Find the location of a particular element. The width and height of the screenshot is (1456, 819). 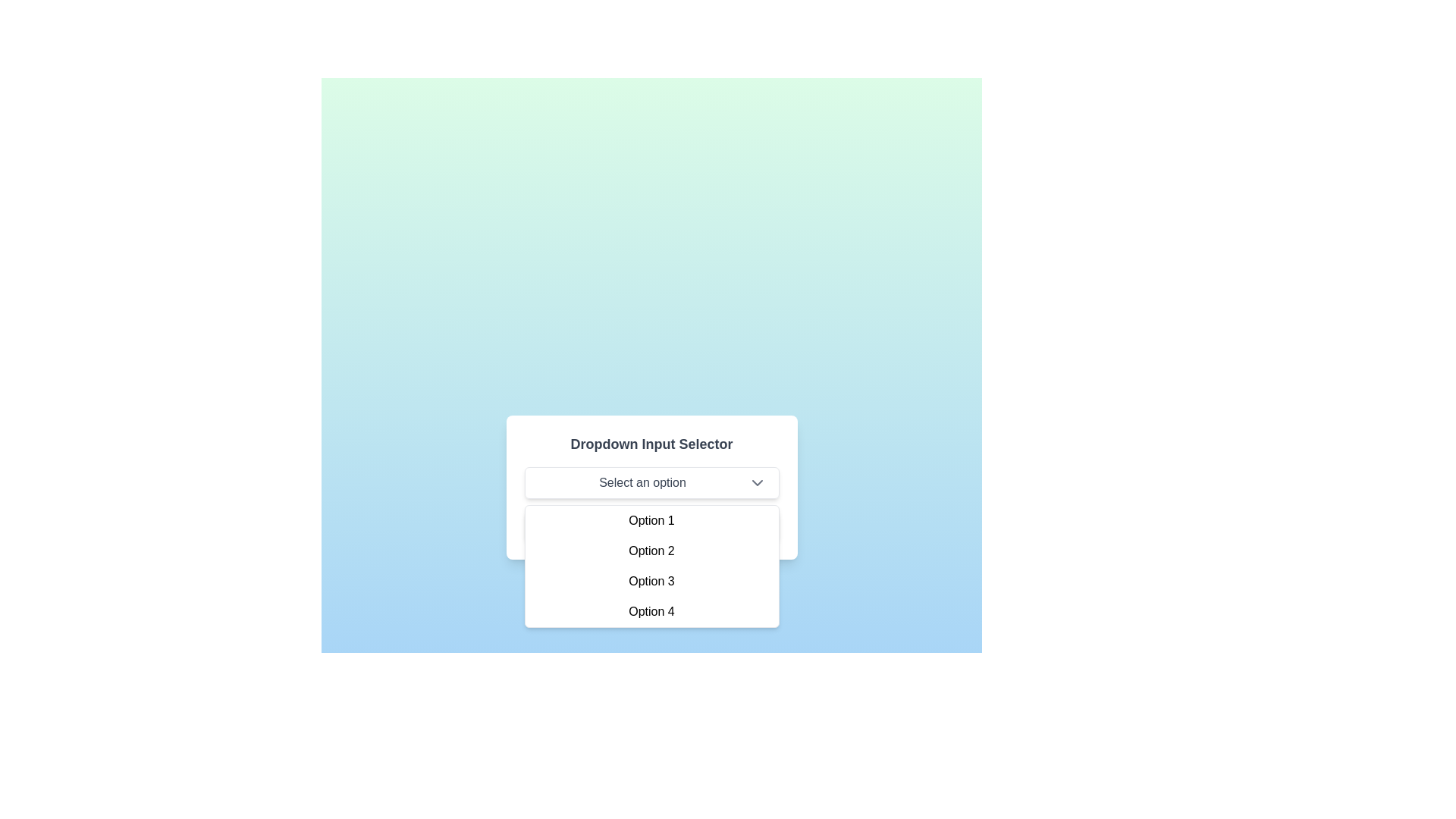

the dropdown button labeled 'Select an option' which contains a downward-pointing chevron icon on the far-right side is located at coordinates (757, 482).